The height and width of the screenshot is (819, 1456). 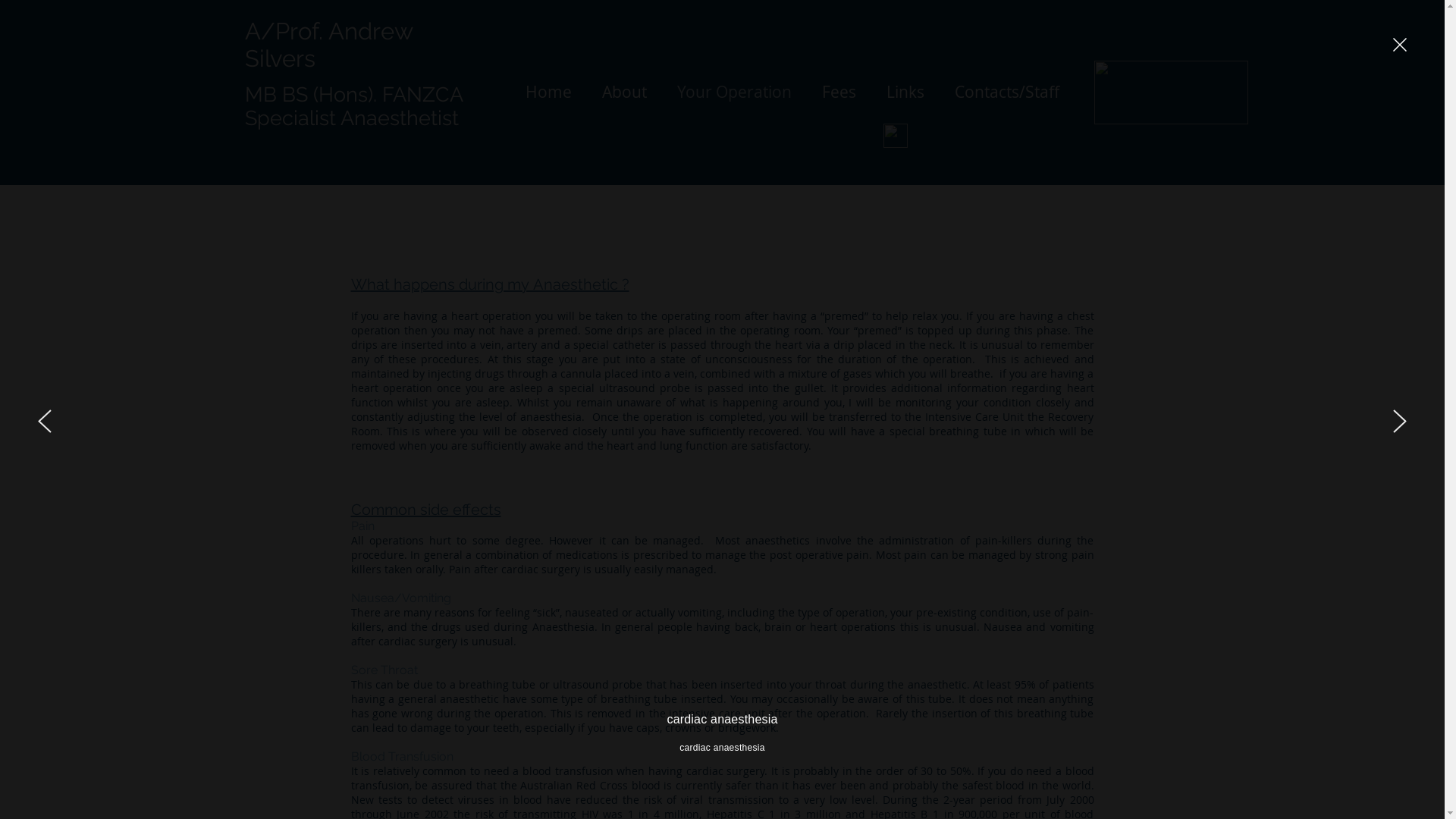 What do you see at coordinates (547, 91) in the screenshot?
I see `'Home'` at bounding box center [547, 91].